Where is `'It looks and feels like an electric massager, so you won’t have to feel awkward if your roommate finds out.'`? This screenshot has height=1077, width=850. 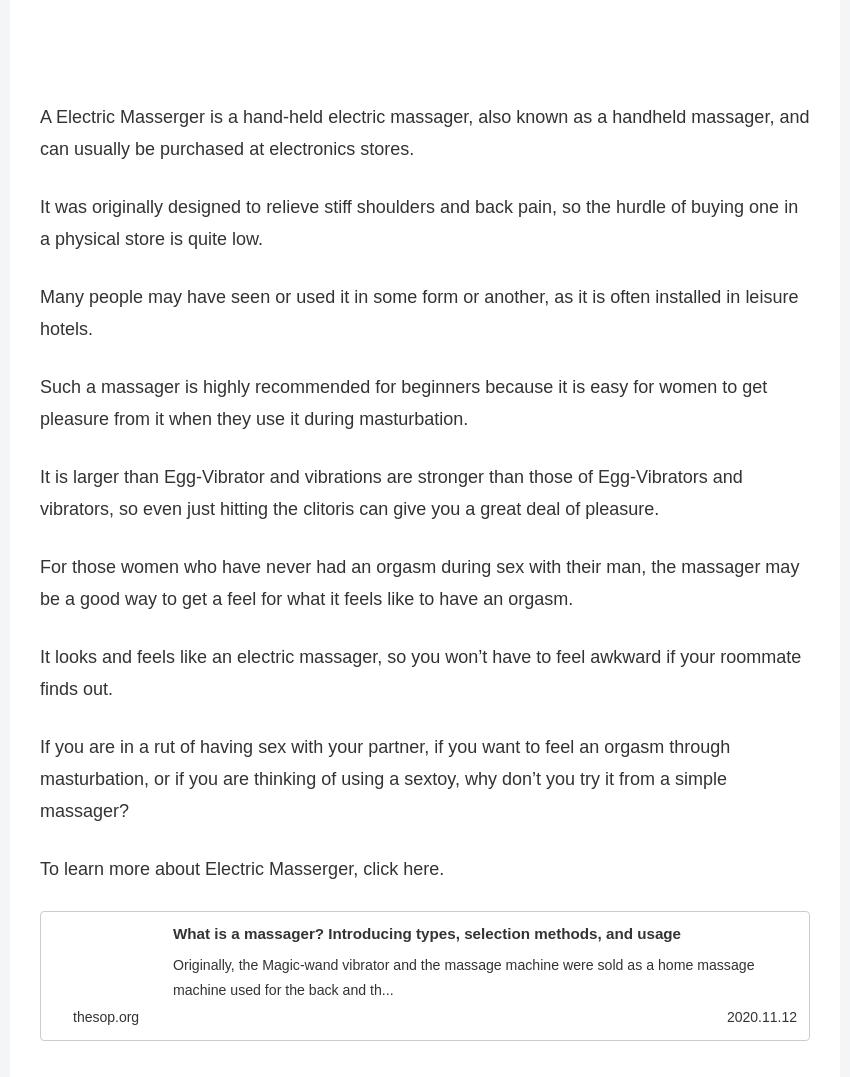 'It looks and feels like an electric massager, so you won’t have to feel awkward if your roommate finds out.' is located at coordinates (39, 679).